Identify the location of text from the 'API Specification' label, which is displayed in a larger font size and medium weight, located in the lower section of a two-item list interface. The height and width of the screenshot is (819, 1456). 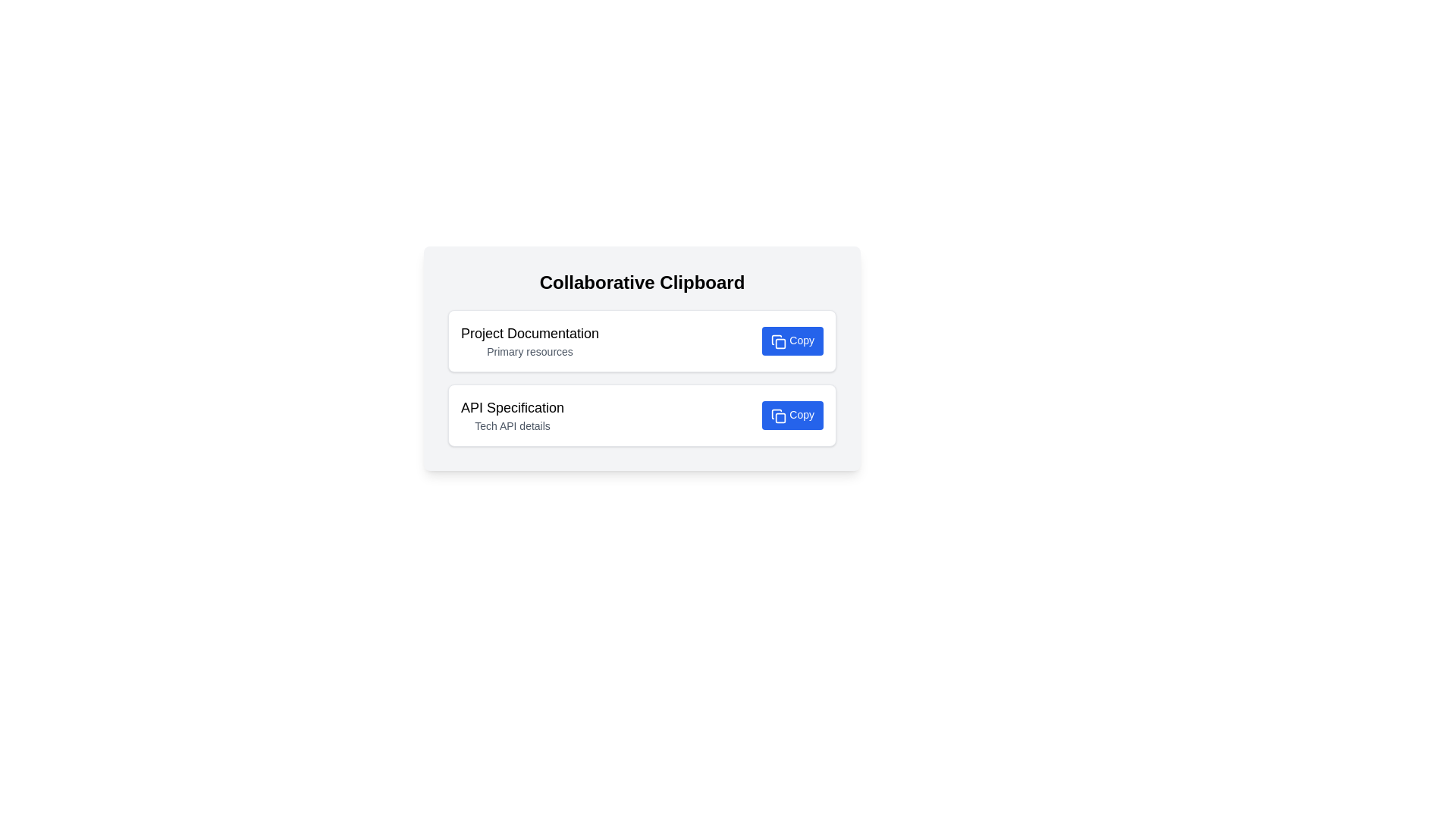
(513, 406).